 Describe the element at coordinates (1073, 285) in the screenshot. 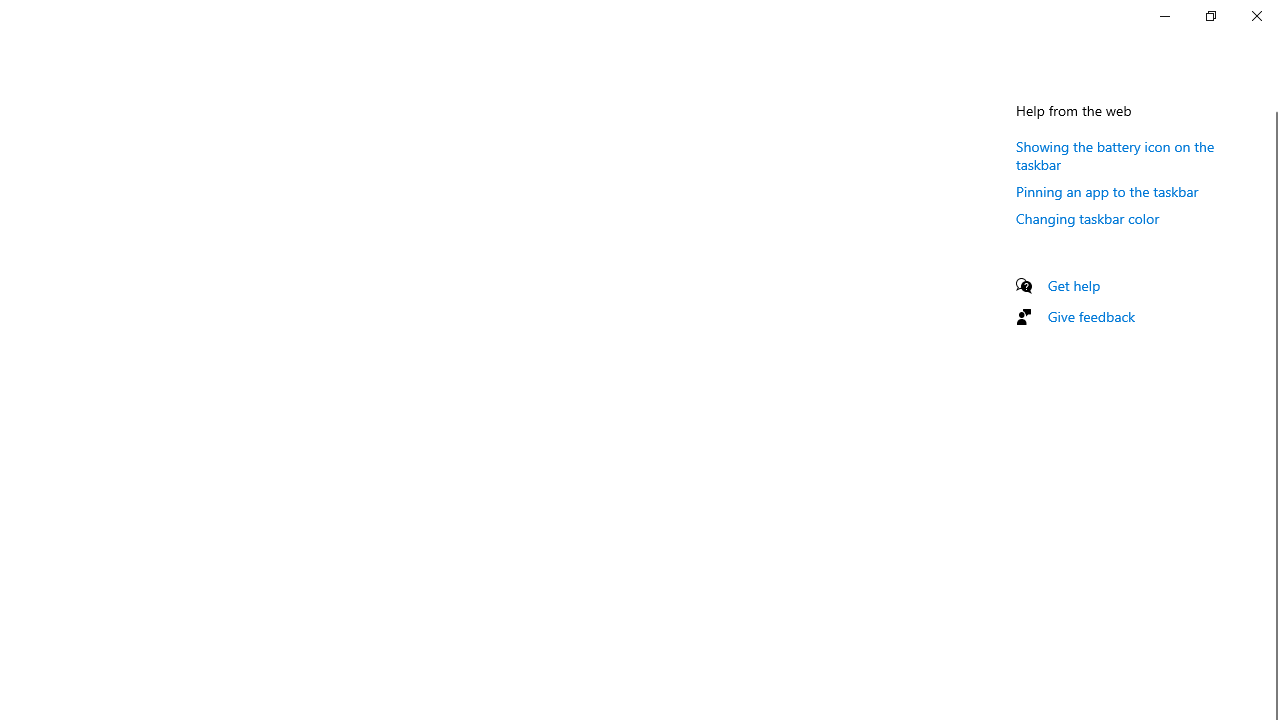

I see `'Get help'` at that location.